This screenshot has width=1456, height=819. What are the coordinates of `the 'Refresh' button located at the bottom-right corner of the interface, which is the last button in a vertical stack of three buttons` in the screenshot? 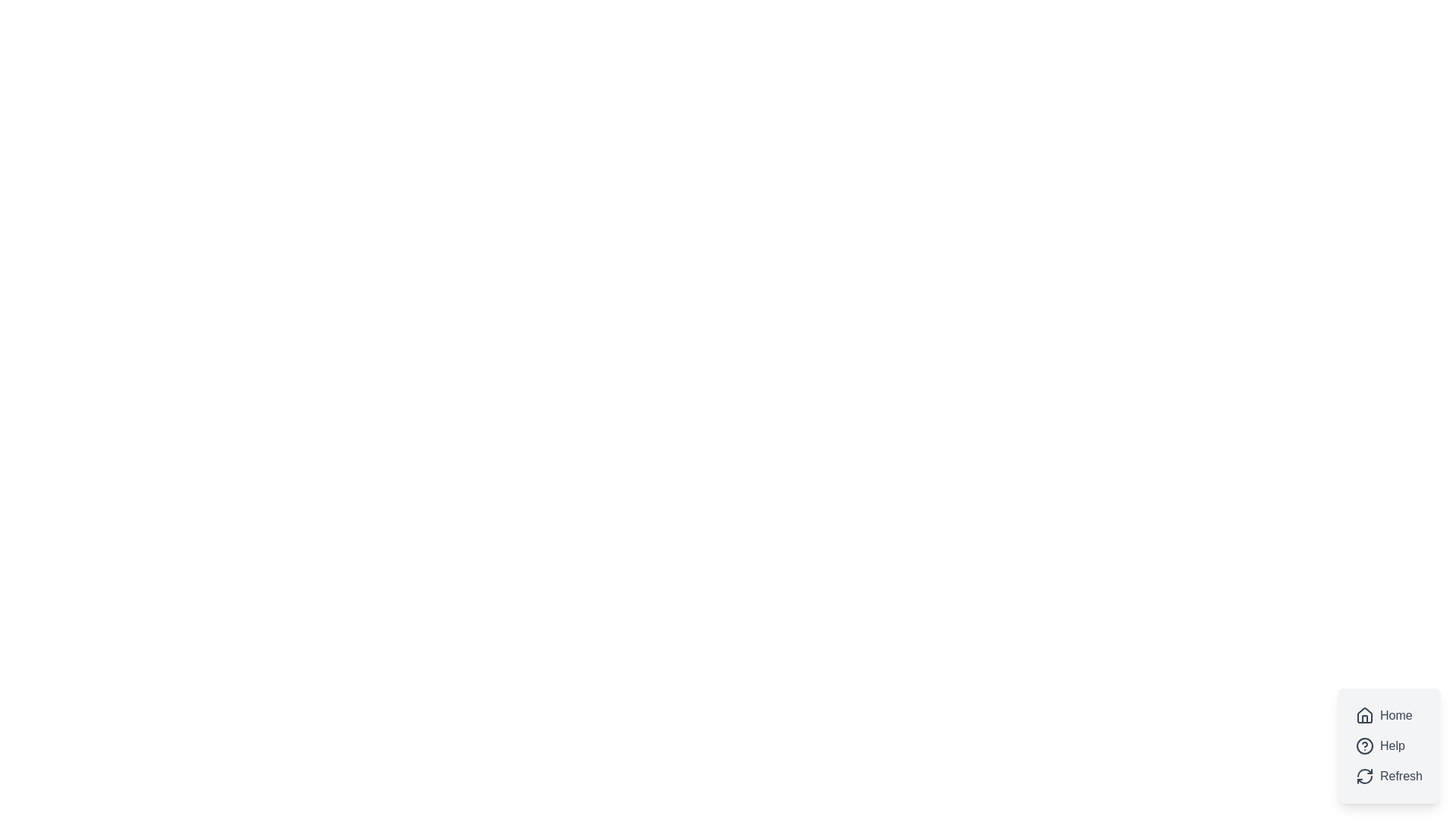 It's located at (1389, 776).